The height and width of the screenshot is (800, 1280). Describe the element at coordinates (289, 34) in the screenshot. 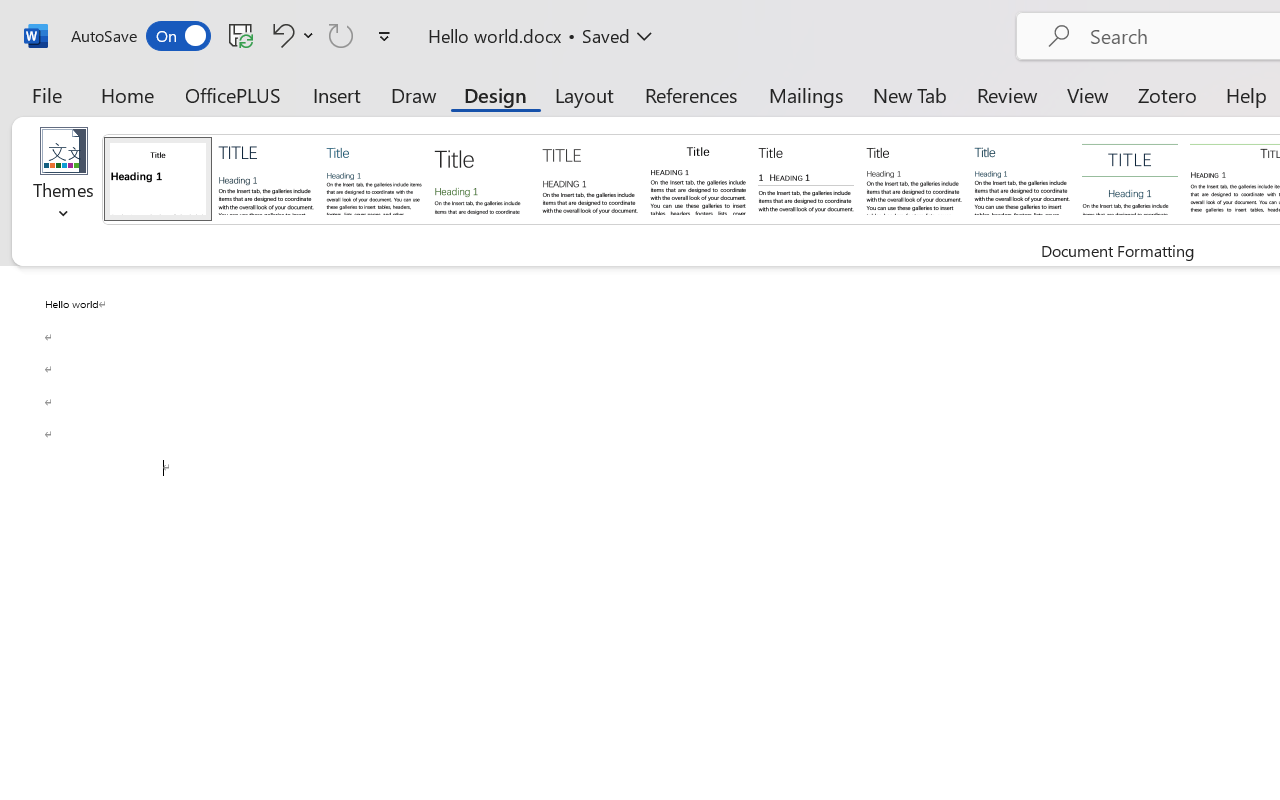

I see `'Undo Click and Type Formatting'` at that location.